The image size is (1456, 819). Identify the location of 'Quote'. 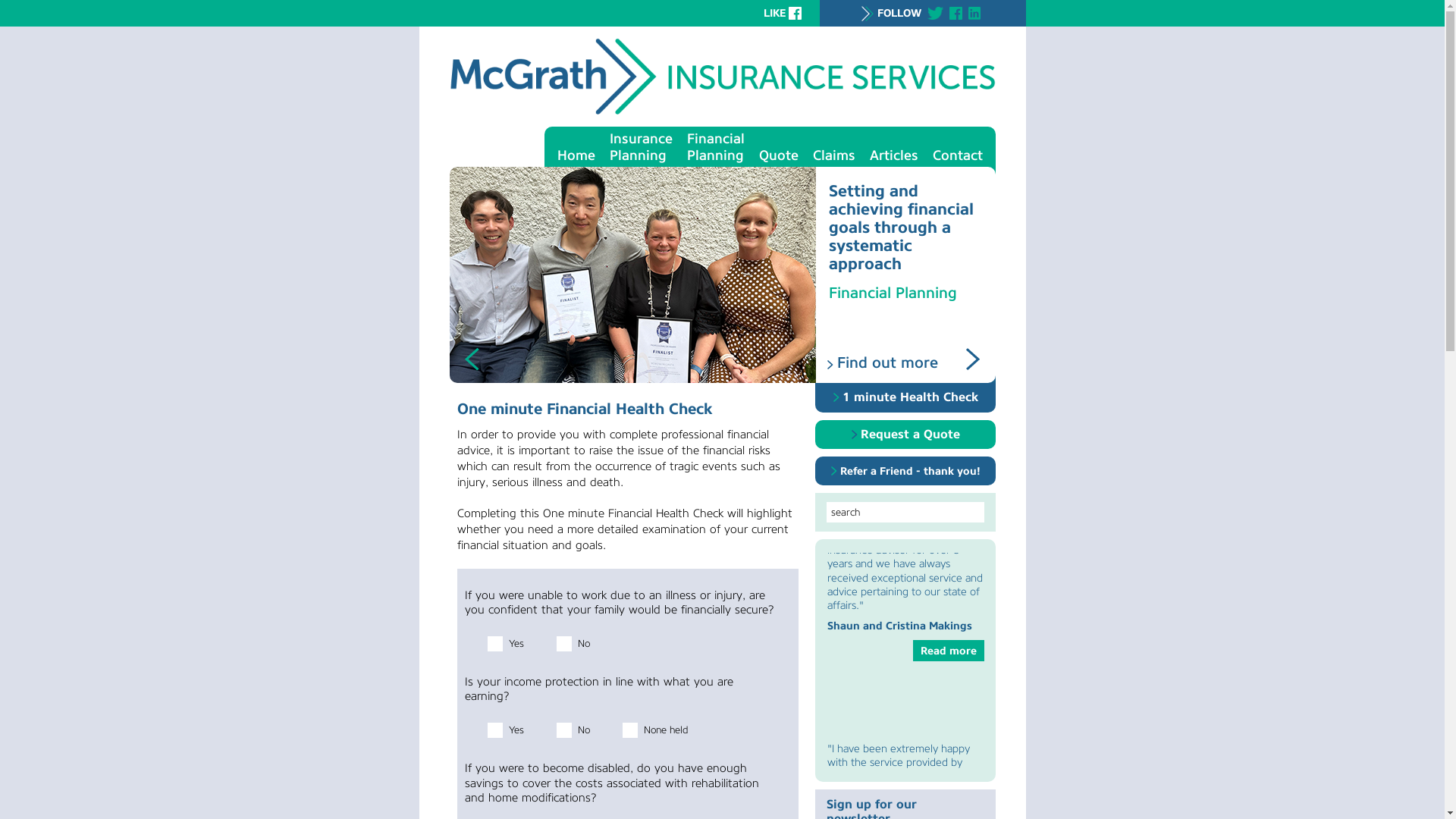
(753, 155).